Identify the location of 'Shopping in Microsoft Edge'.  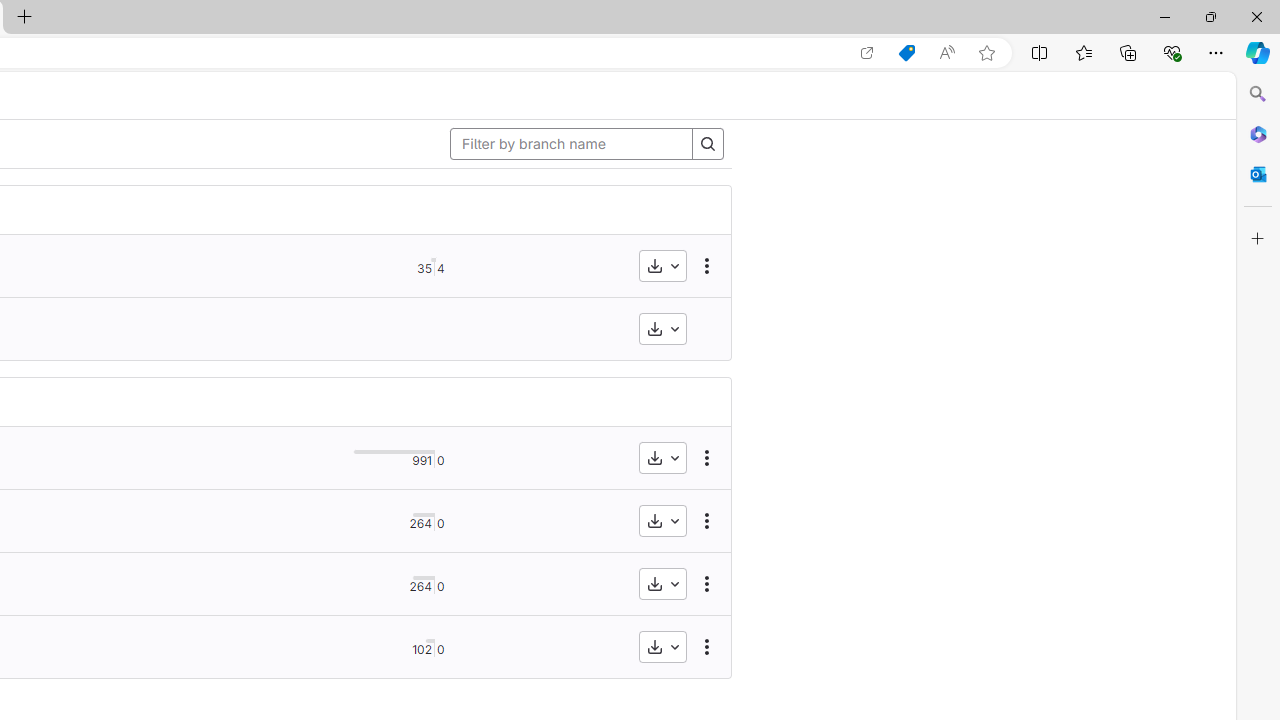
(905, 52).